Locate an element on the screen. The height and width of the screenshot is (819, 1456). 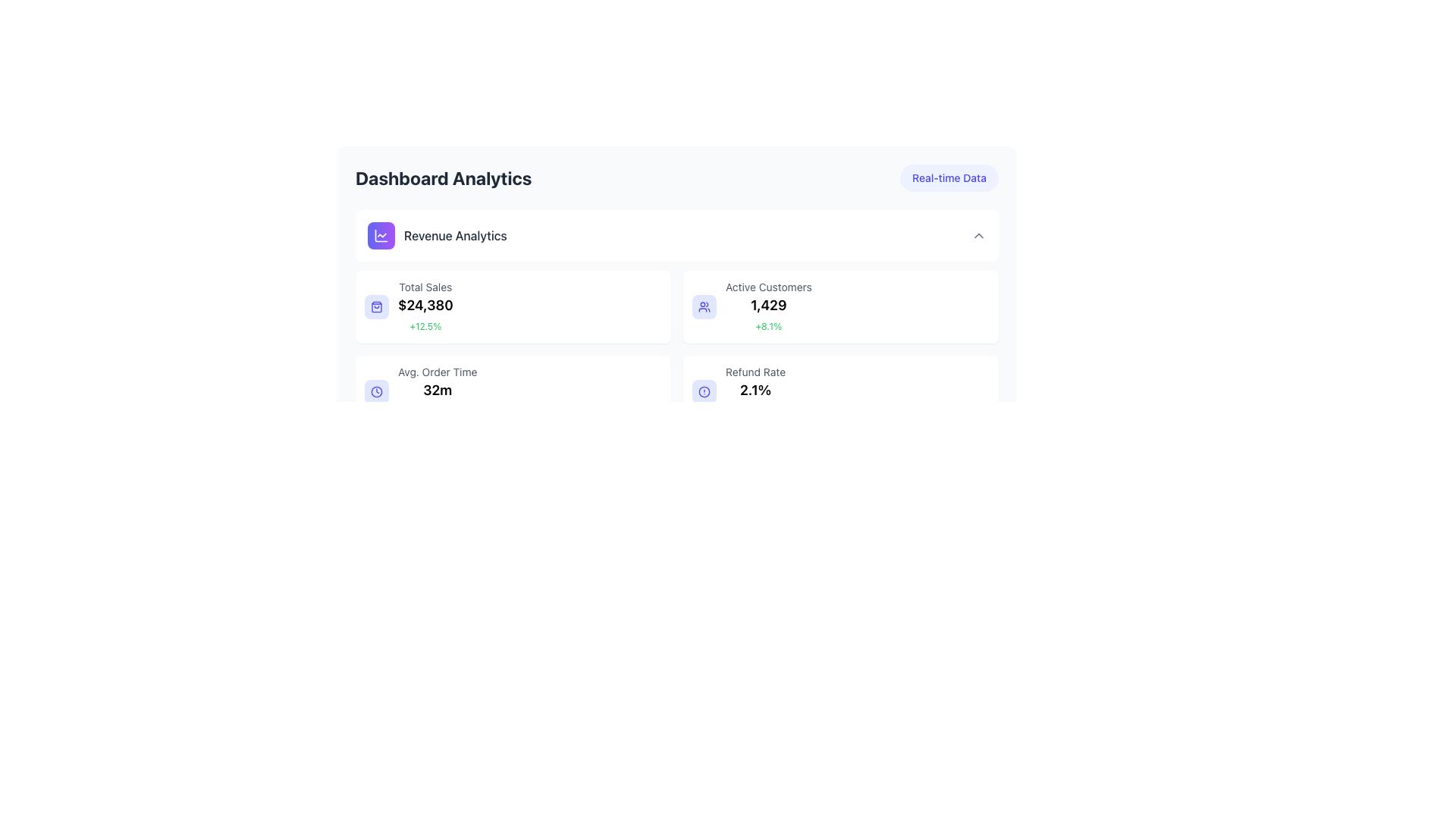
the center area of the Dashboard card located within the 'Dashboard Analytics' section, which presents key analytics metrics in a visually organized format is located at coordinates (676, 335).